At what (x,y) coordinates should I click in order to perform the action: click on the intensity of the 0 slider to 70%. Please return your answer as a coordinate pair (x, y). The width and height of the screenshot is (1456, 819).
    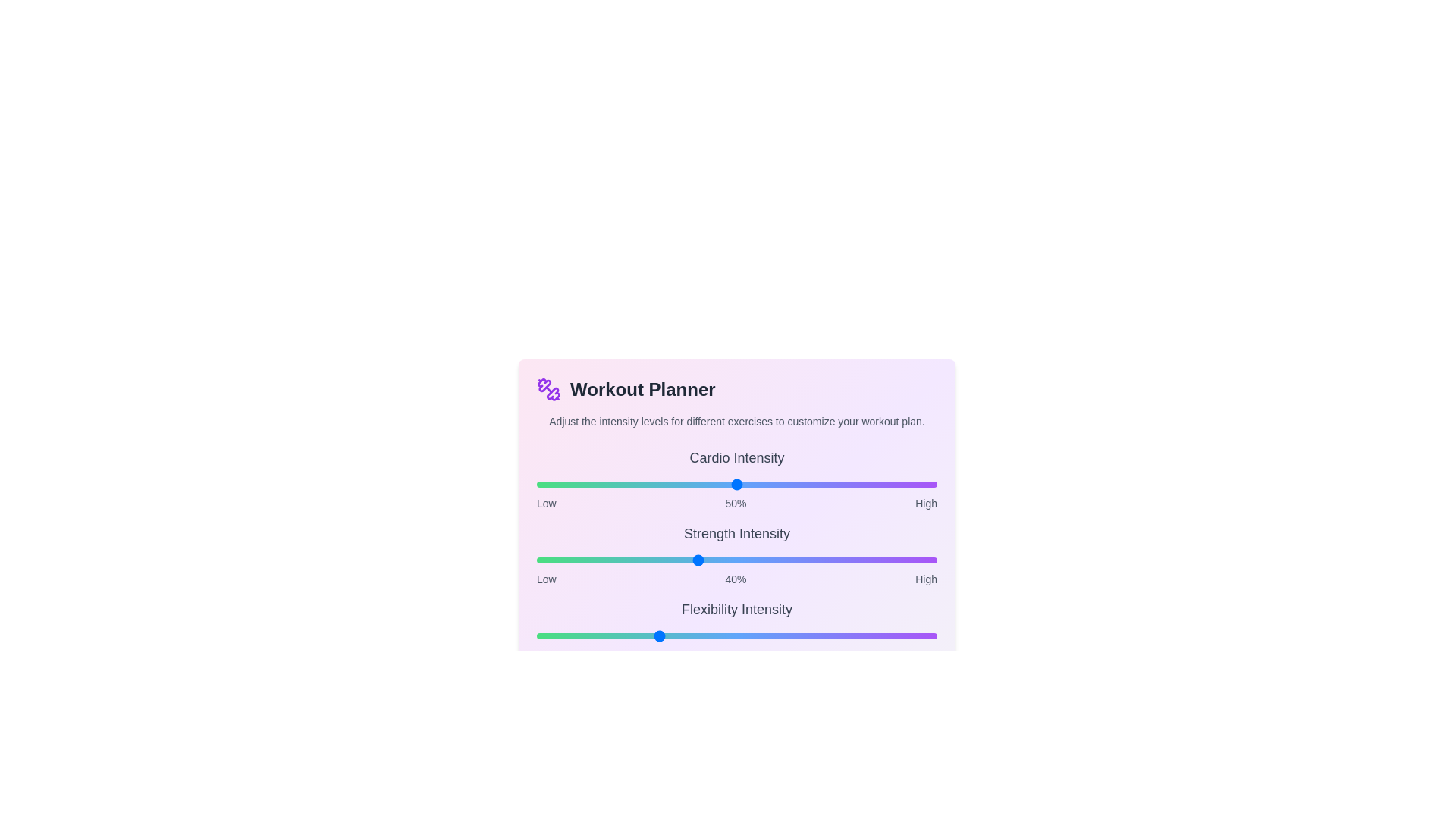
    Looking at the image, I should click on (816, 485).